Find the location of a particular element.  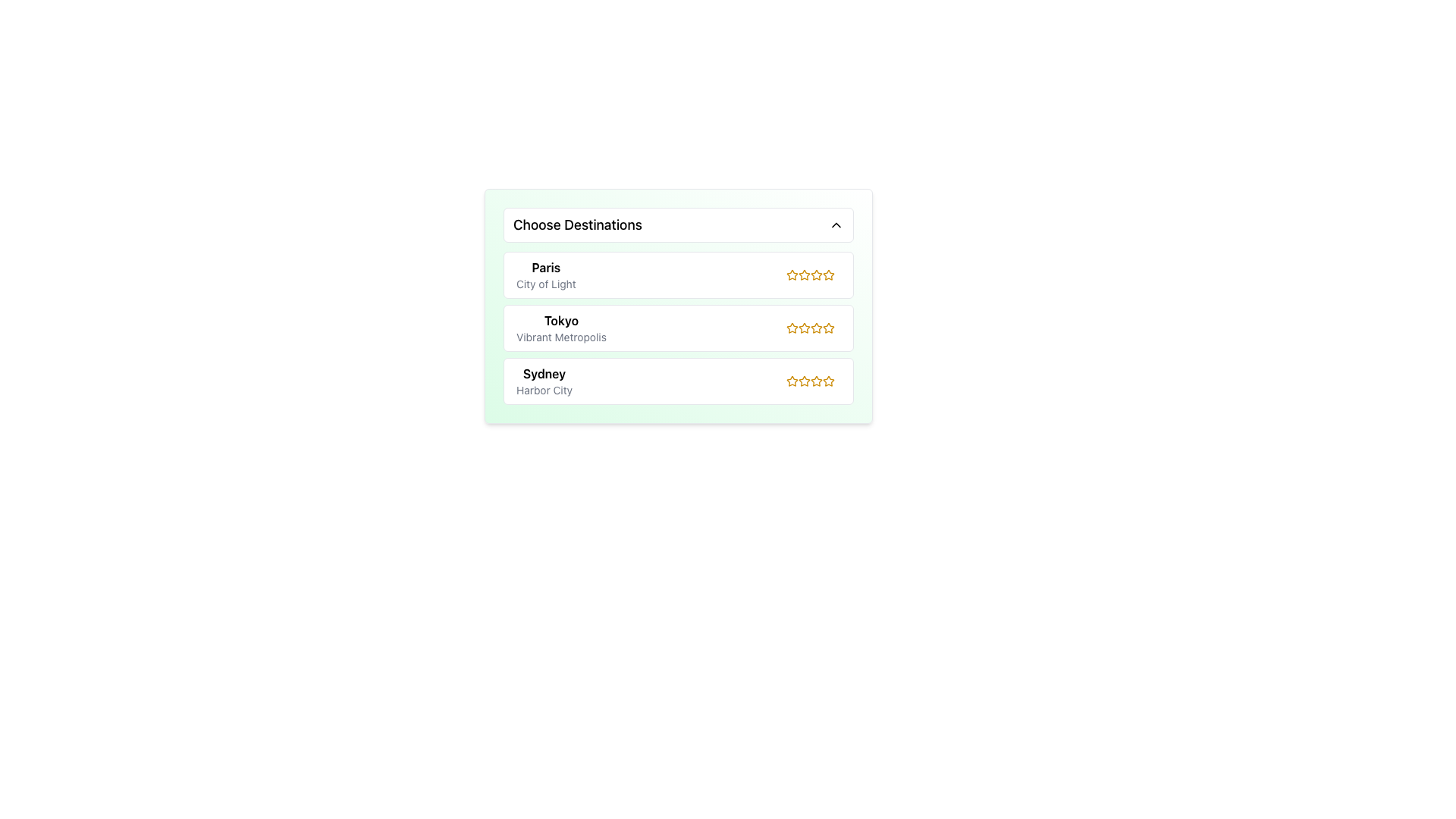

the text label 'Sydney' in the third item of the 'Choose Destinations' list, which is styled in bold and positioned above the subtitle 'Harbor City' is located at coordinates (544, 374).